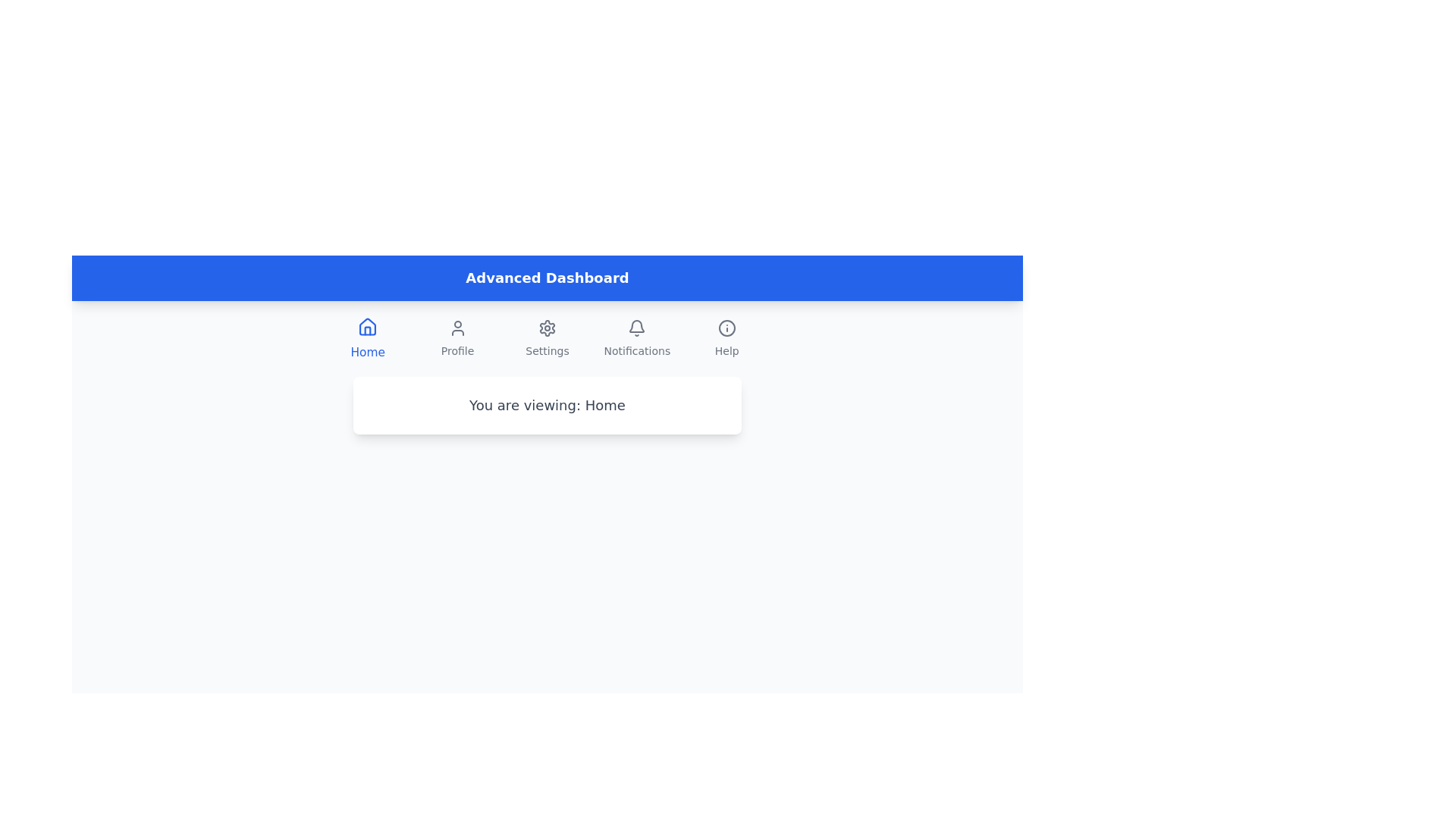 This screenshot has width=1456, height=819. Describe the element at coordinates (368, 326) in the screenshot. I see `the house-shaped icon in the navigation bar` at that location.